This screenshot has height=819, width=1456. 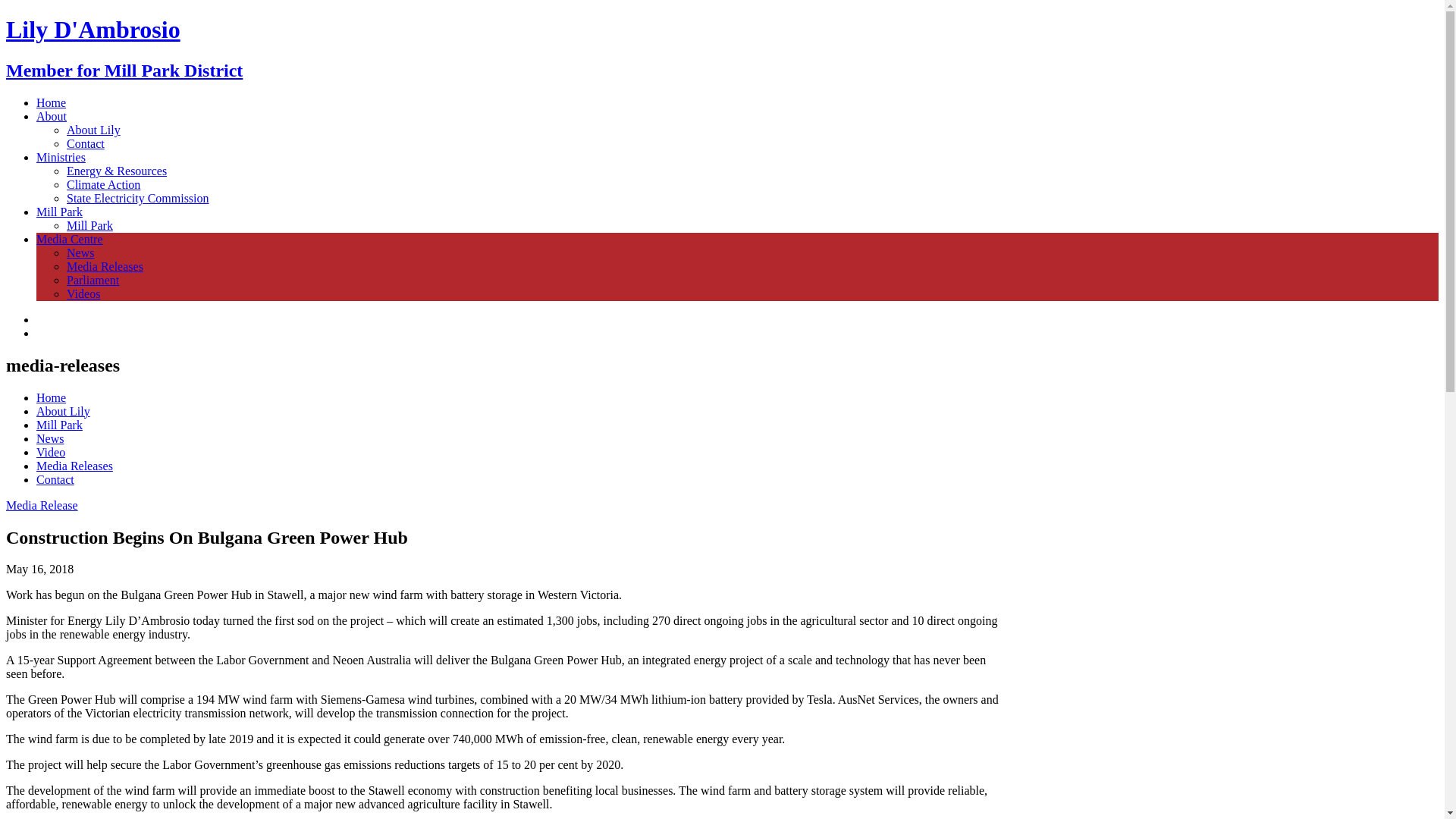 I want to click on 'Videos', so click(x=83, y=293).